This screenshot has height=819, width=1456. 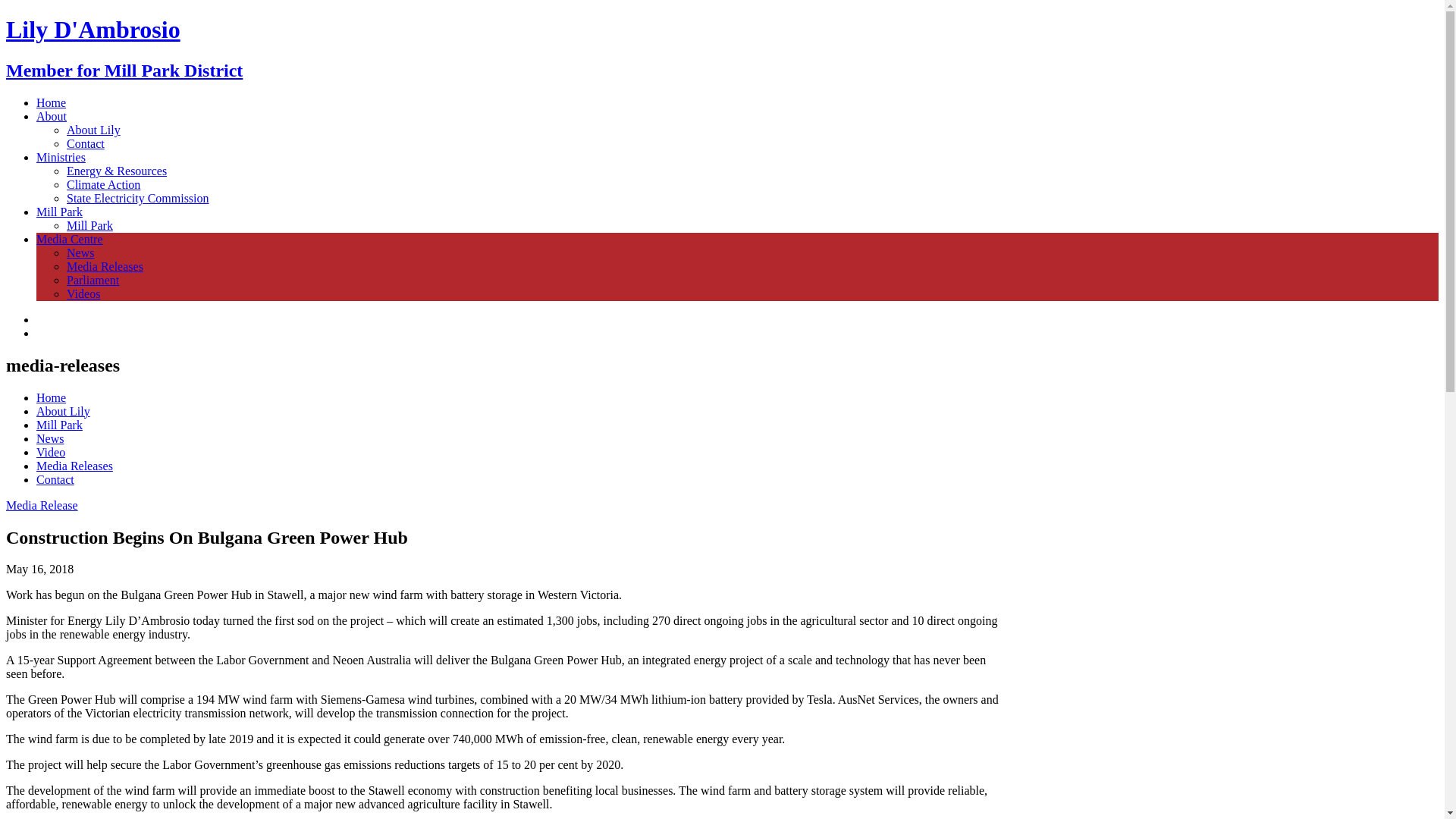 I want to click on 'Videos', so click(x=83, y=293).